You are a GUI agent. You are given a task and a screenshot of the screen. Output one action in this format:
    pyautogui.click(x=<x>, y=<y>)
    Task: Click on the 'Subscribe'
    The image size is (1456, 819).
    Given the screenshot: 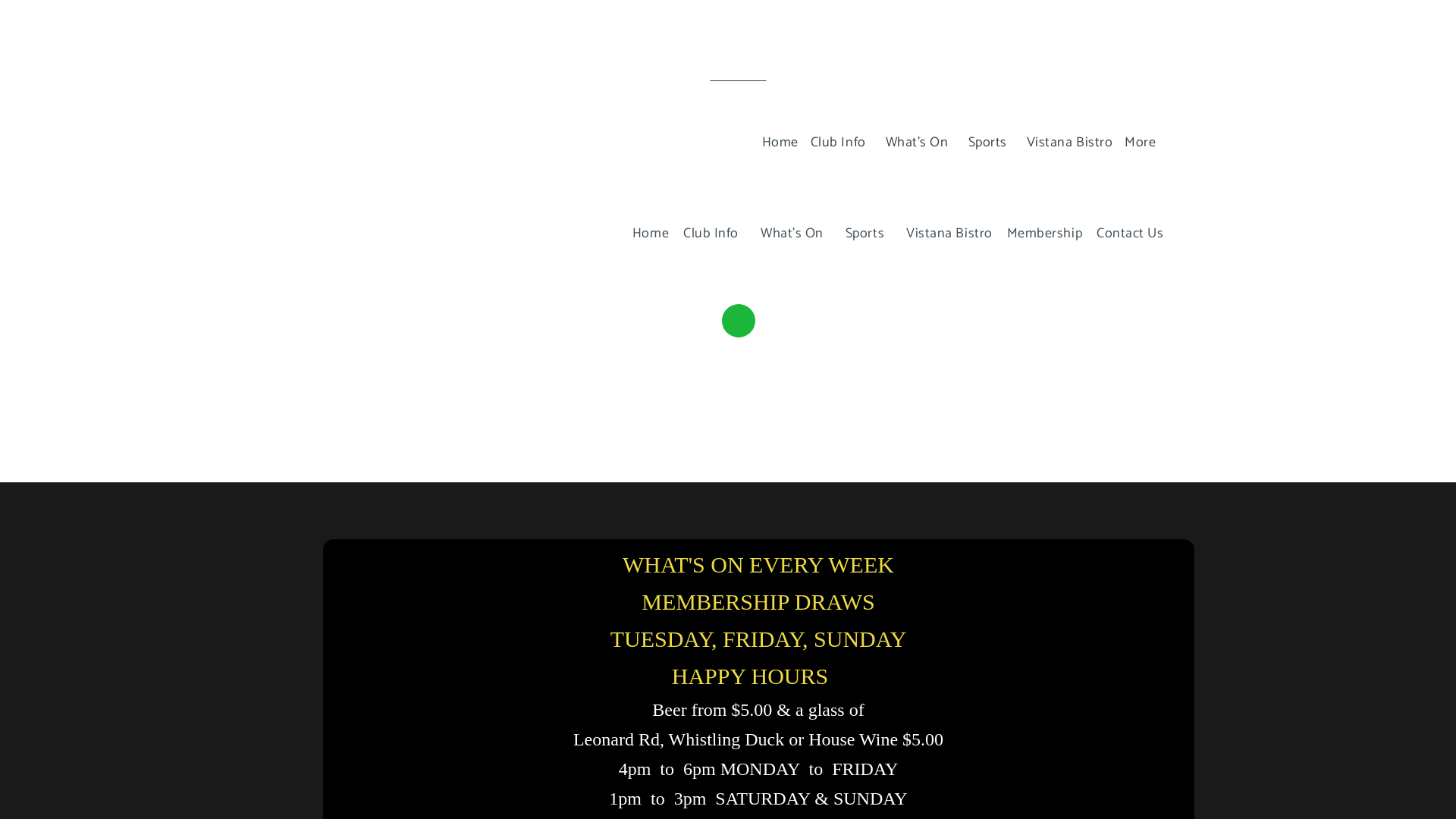 What is the action you would take?
    pyautogui.click(x=739, y=76)
    